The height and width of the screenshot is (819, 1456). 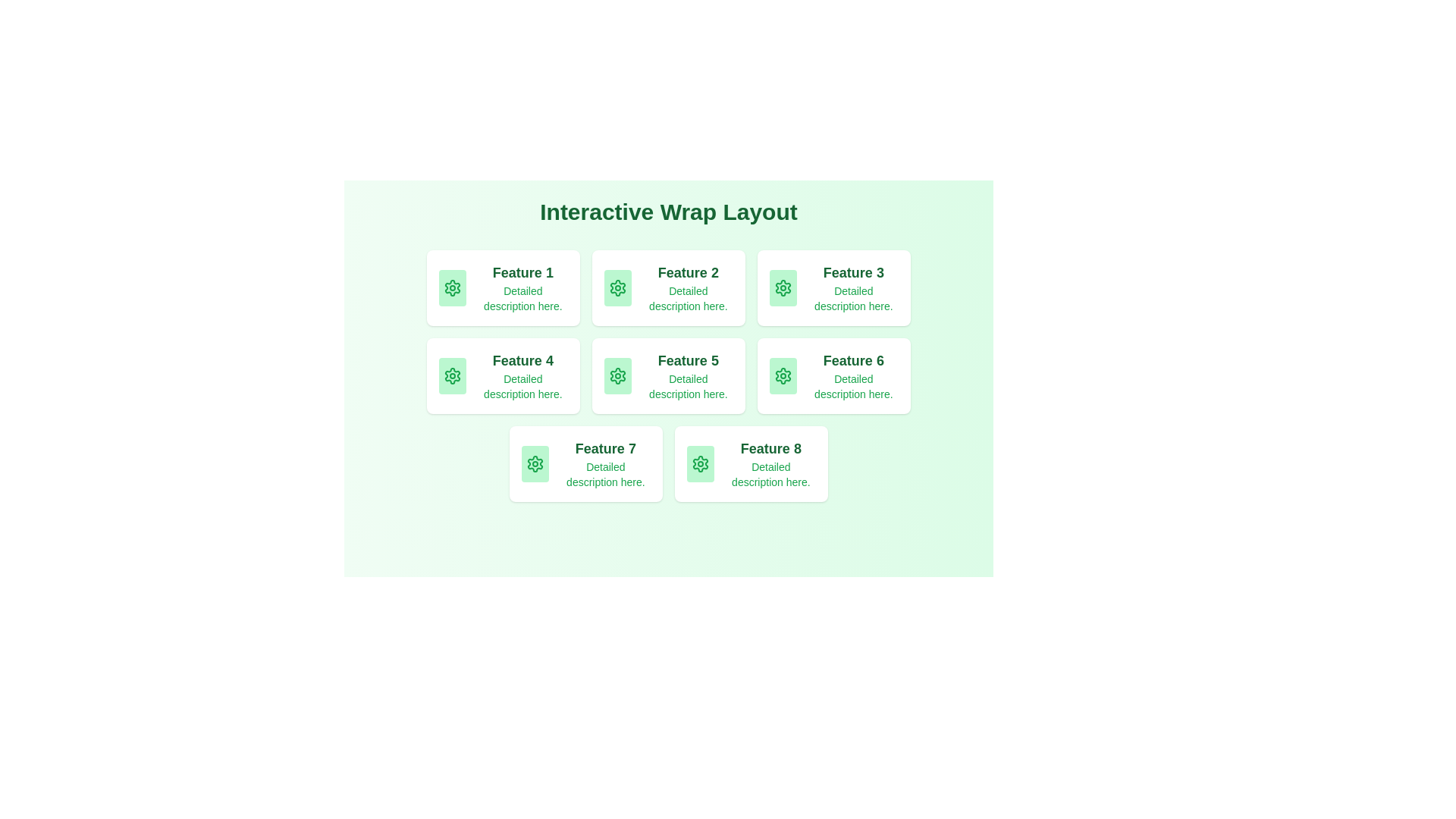 What do you see at coordinates (617, 288) in the screenshot?
I see `the center of the interactive settings icon for 'Feature 2' located in the second row, second column of the grid layout` at bounding box center [617, 288].